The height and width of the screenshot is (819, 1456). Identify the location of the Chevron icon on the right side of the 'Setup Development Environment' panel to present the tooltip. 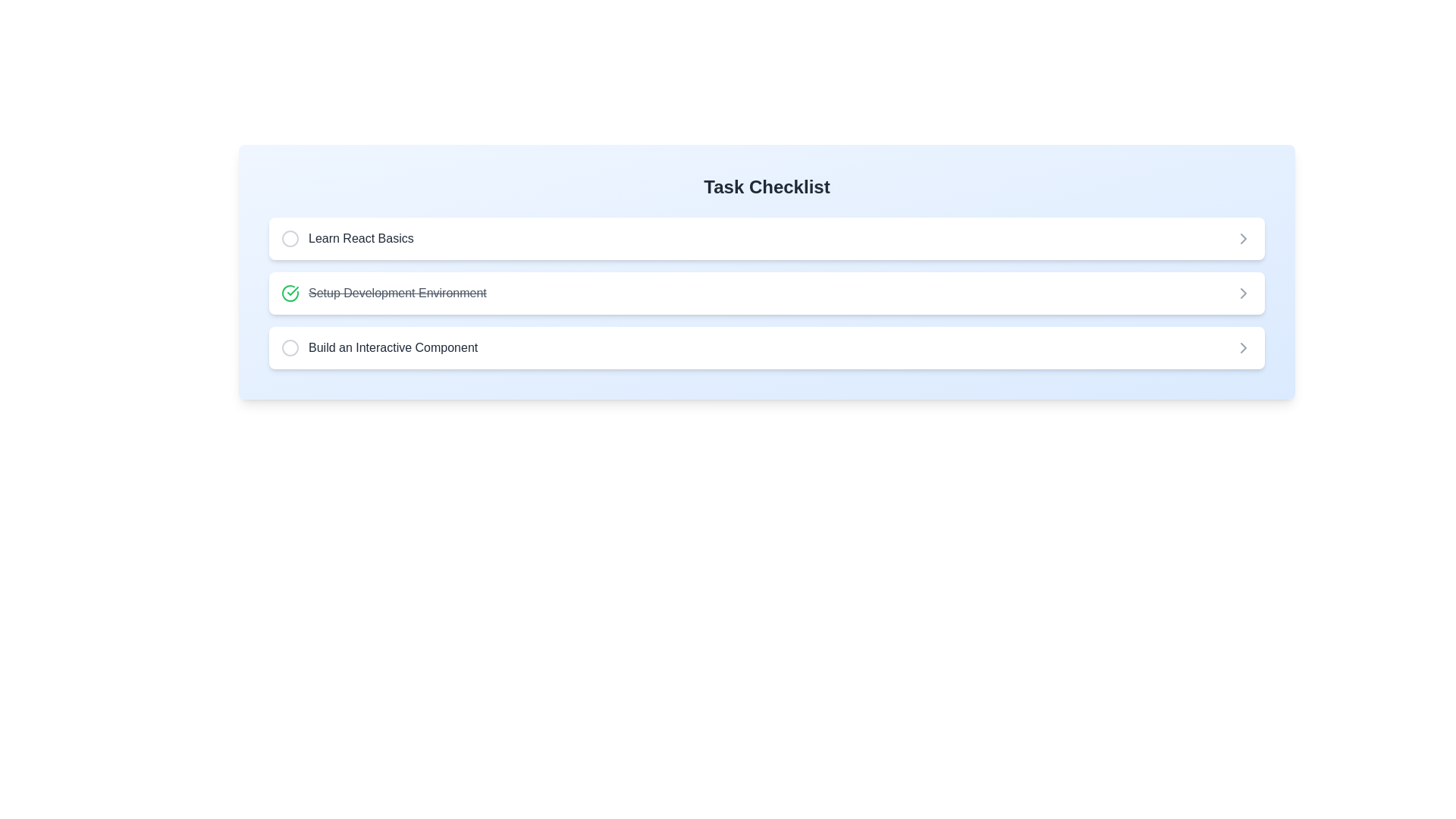
(1244, 293).